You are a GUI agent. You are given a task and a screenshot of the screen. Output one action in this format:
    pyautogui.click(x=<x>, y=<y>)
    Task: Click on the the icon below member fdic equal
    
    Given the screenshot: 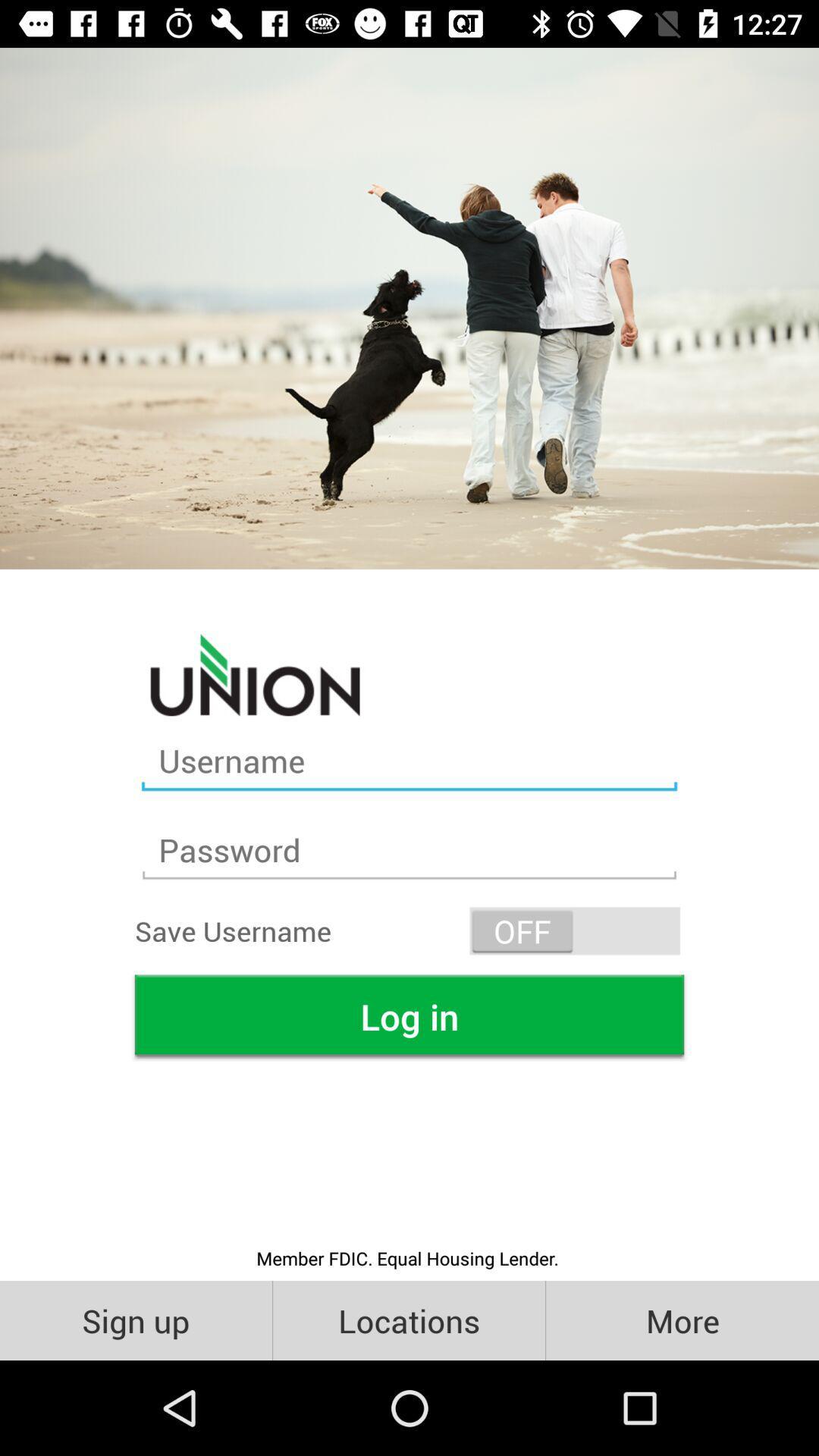 What is the action you would take?
    pyautogui.click(x=135, y=1319)
    